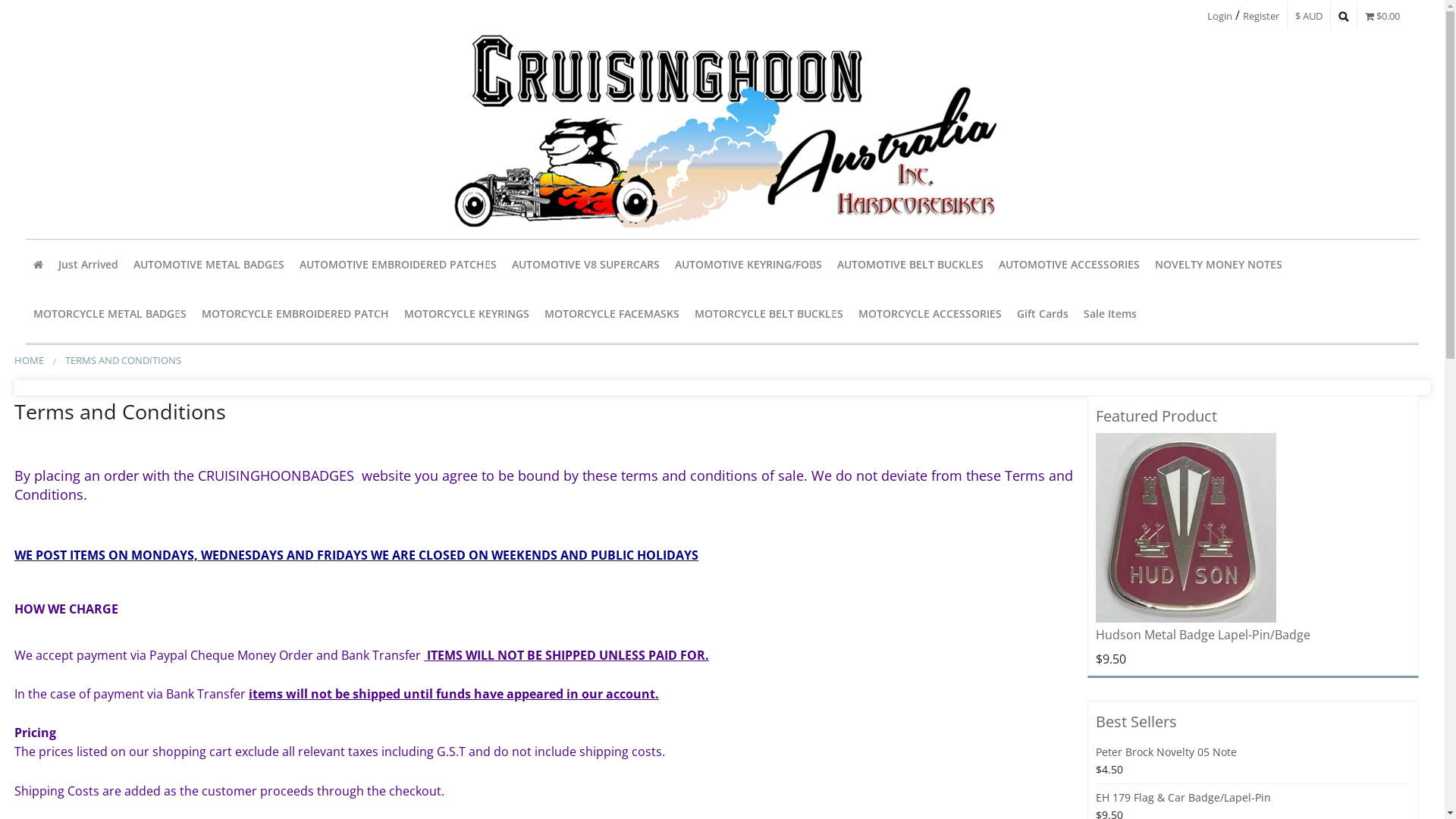  Describe the element at coordinates (87, 263) in the screenshot. I see `'Just Arrived'` at that location.